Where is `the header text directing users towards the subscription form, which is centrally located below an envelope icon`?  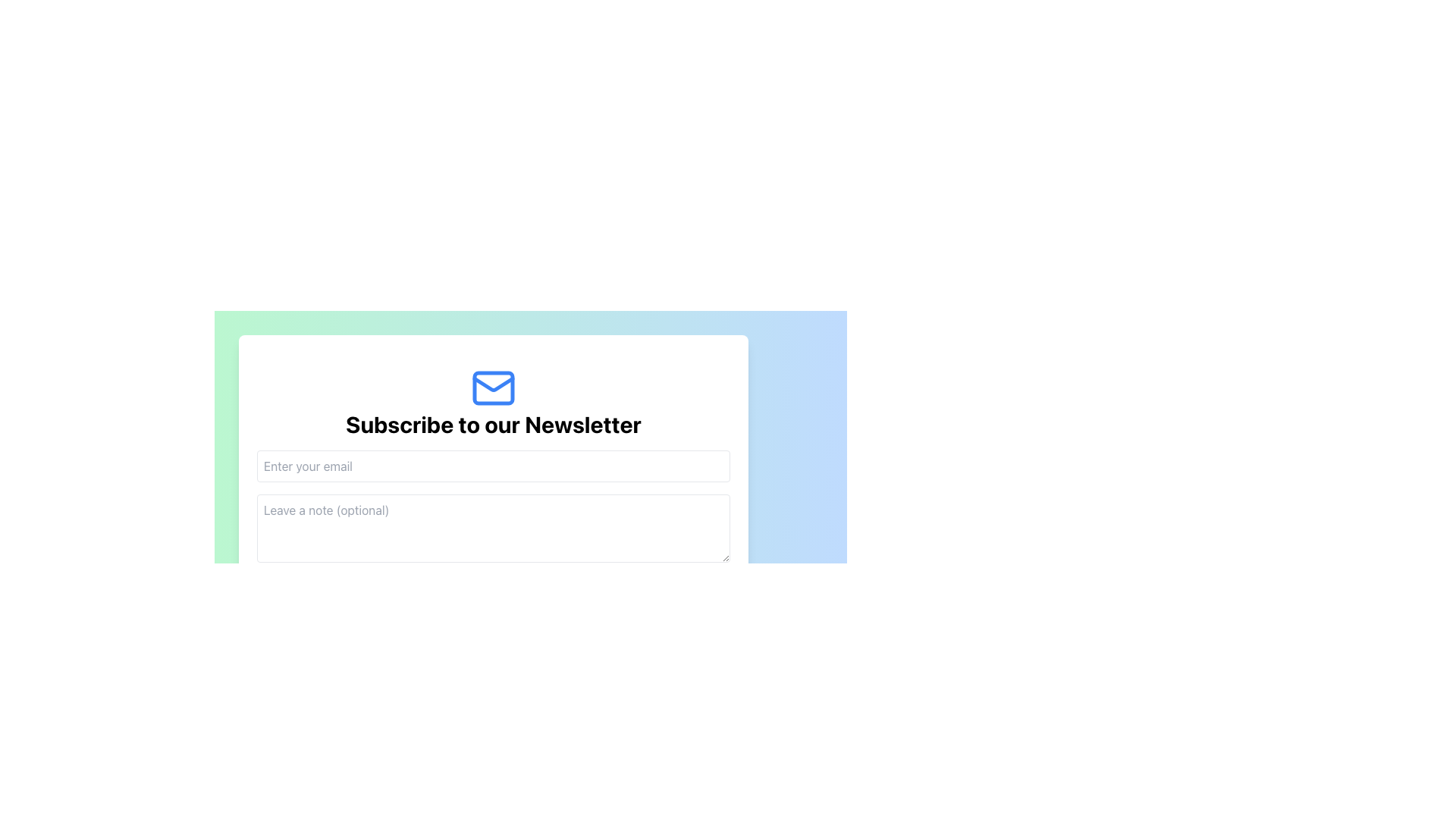 the header text directing users towards the subscription form, which is centrally located below an envelope icon is located at coordinates (494, 424).